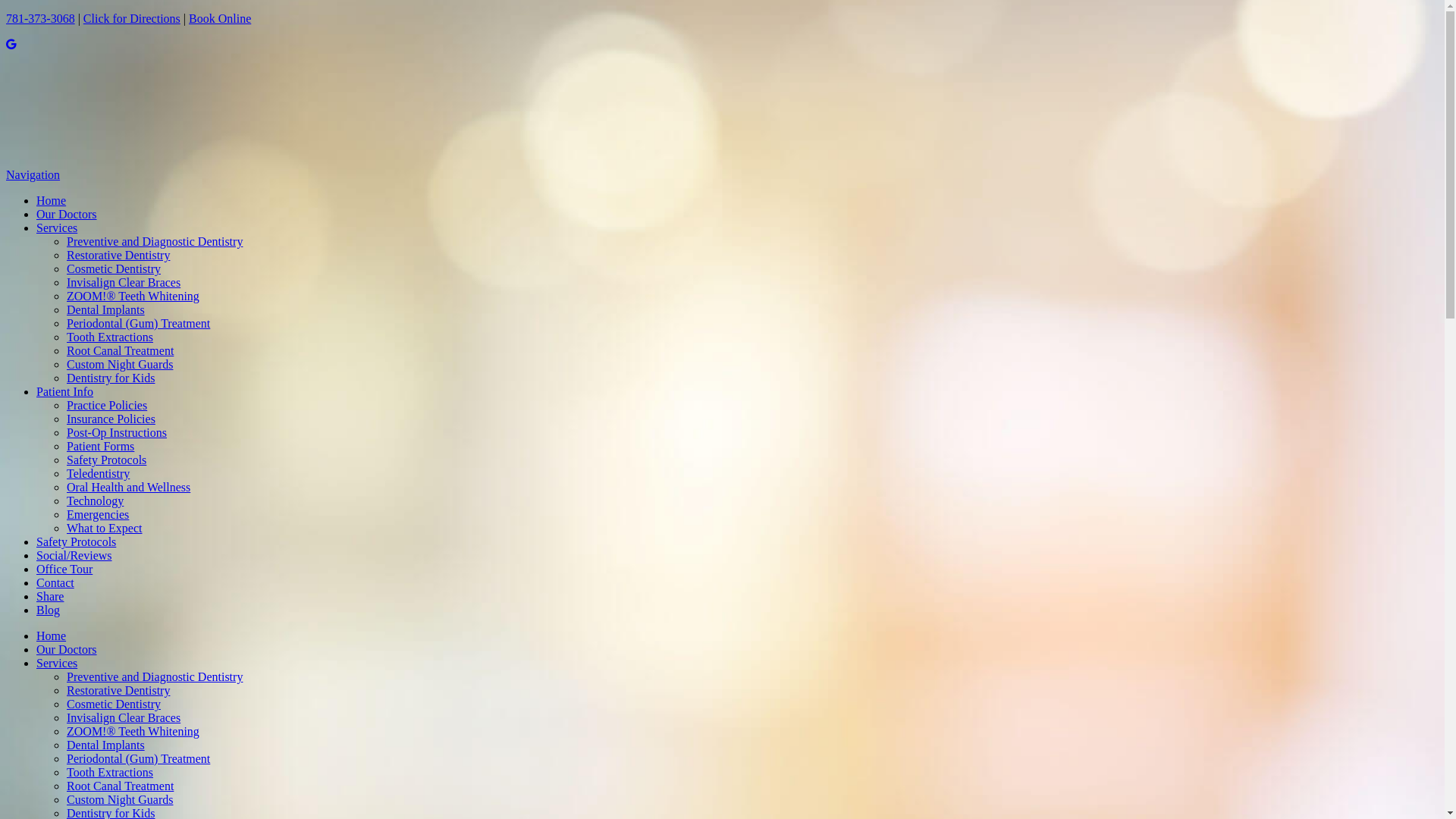 This screenshot has width=1456, height=819. I want to click on 'Root Canal Treatment', so click(119, 350).